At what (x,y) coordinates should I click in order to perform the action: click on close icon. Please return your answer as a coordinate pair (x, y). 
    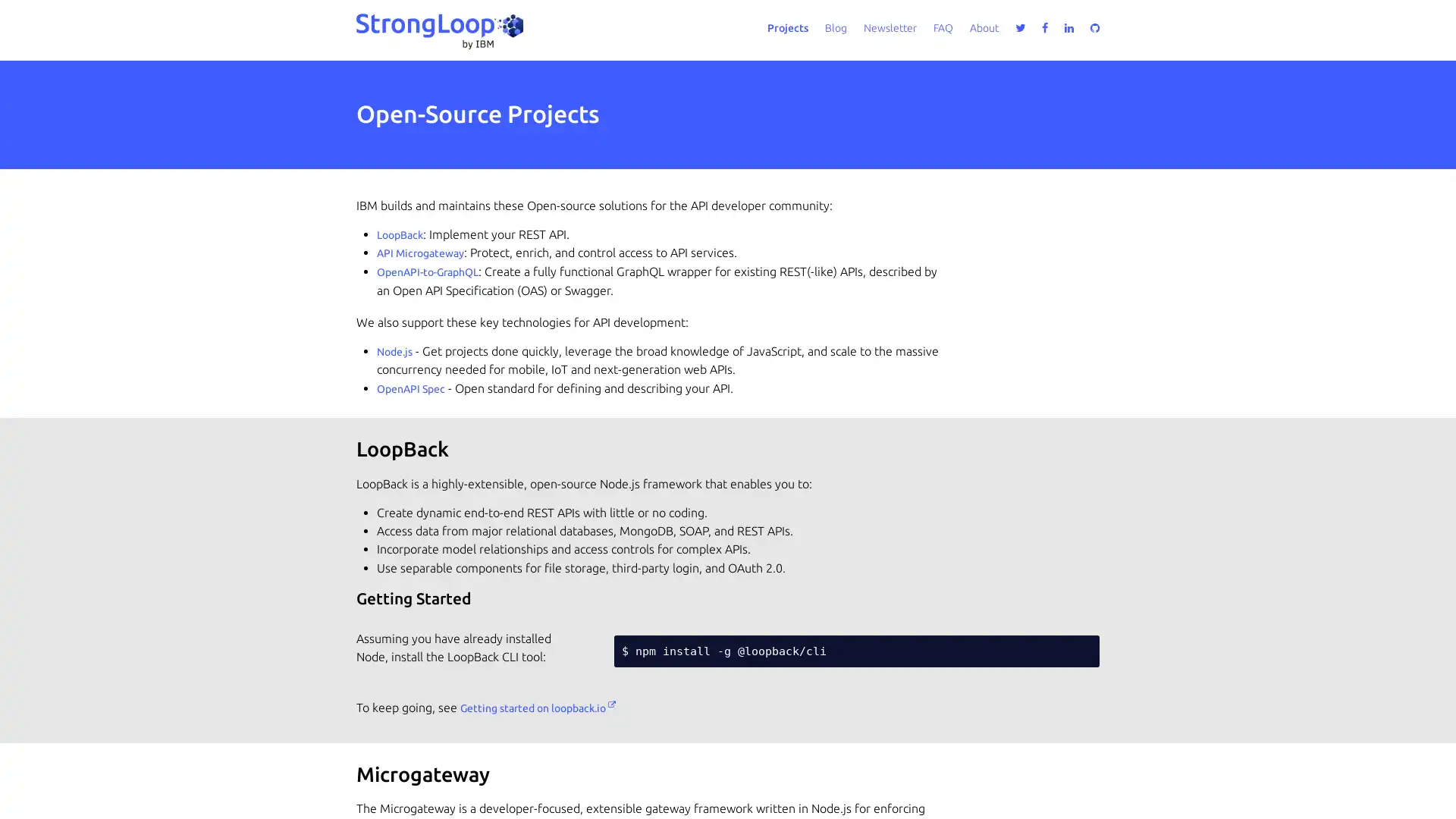
    Looking at the image, I should click on (1444, 704).